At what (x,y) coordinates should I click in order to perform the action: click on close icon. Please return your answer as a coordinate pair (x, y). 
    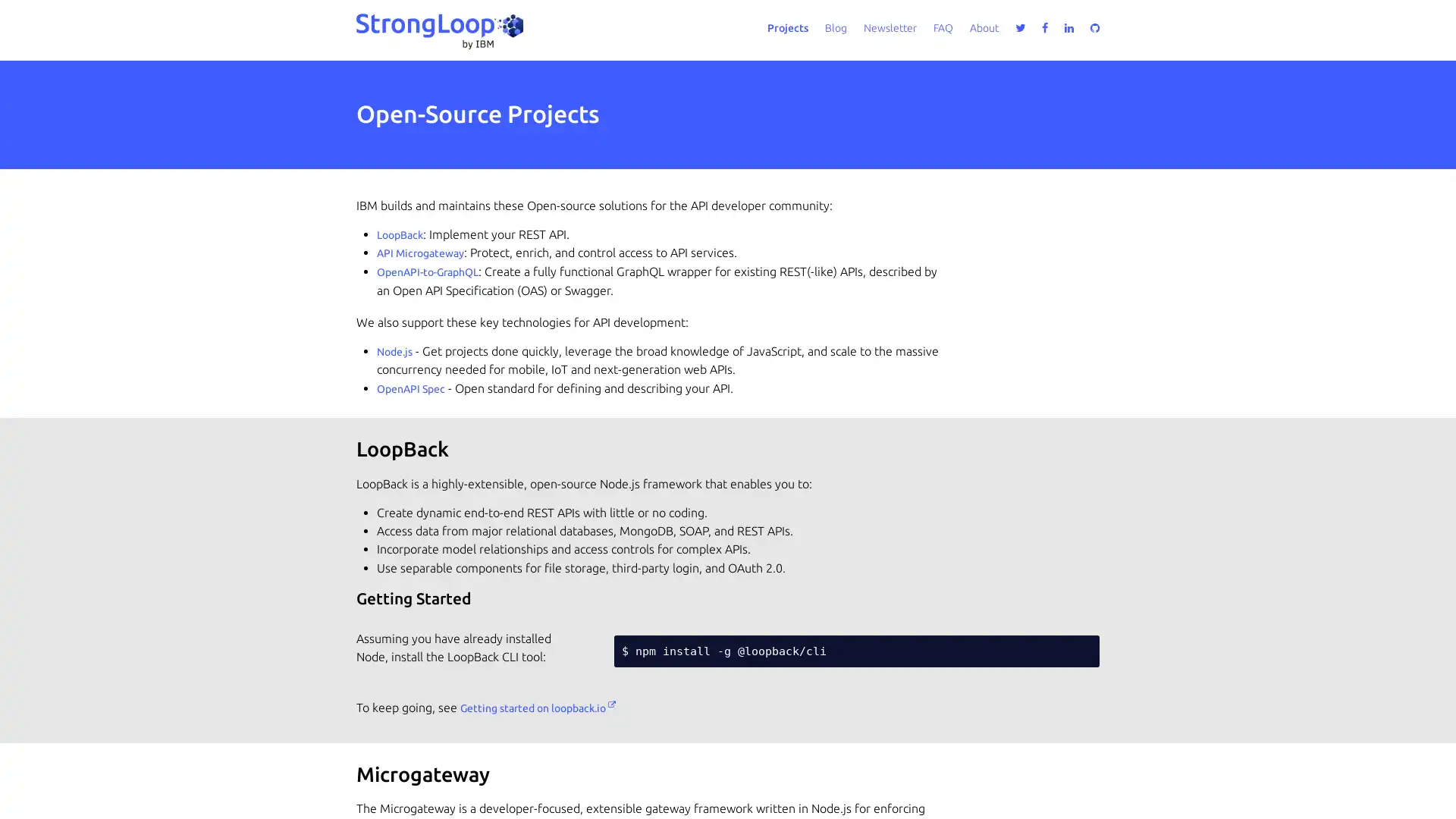
    Looking at the image, I should click on (1444, 704).